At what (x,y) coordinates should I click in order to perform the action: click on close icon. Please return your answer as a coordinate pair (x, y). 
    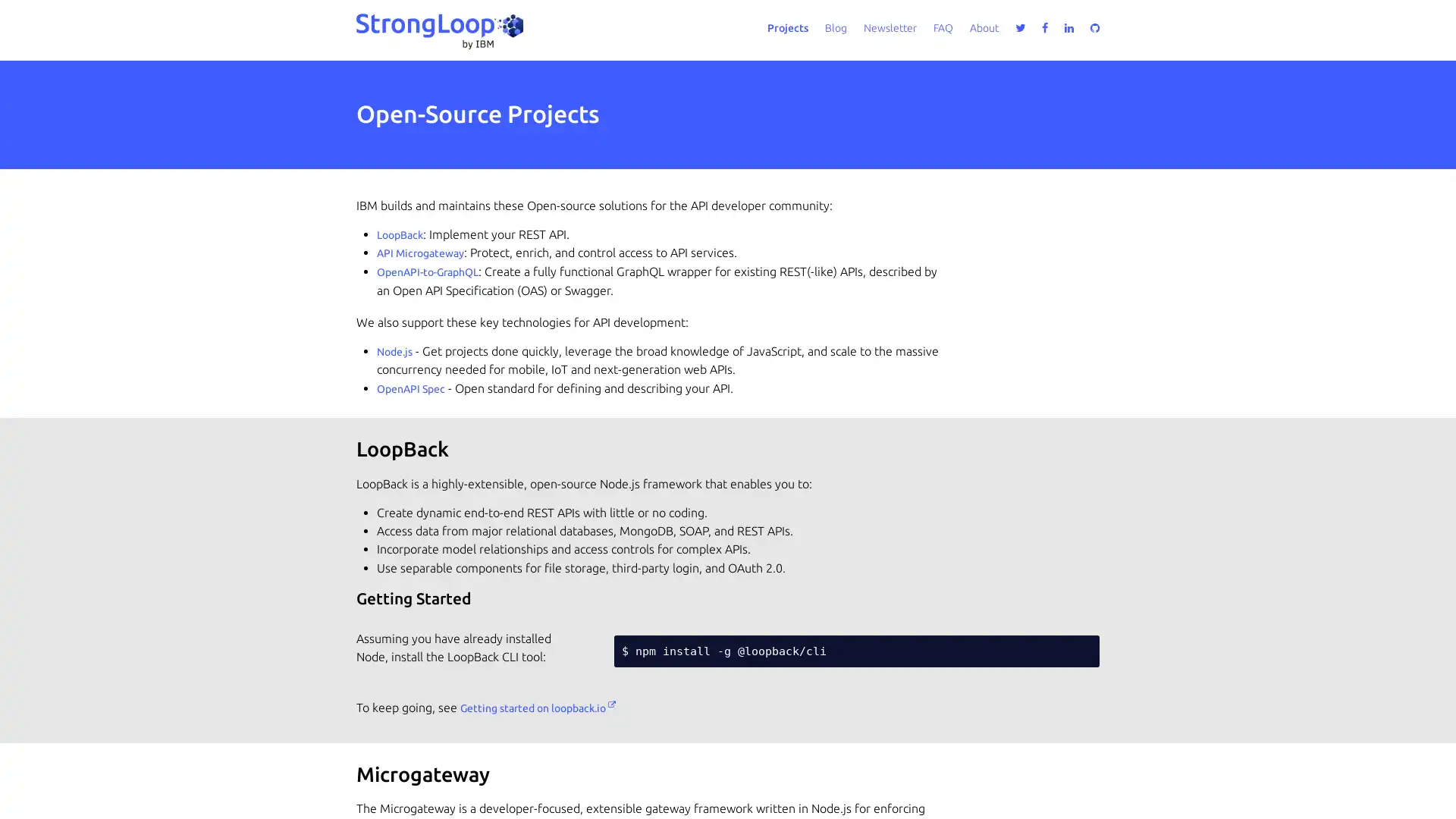
    Looking at the image, I should click on (1444, 704).